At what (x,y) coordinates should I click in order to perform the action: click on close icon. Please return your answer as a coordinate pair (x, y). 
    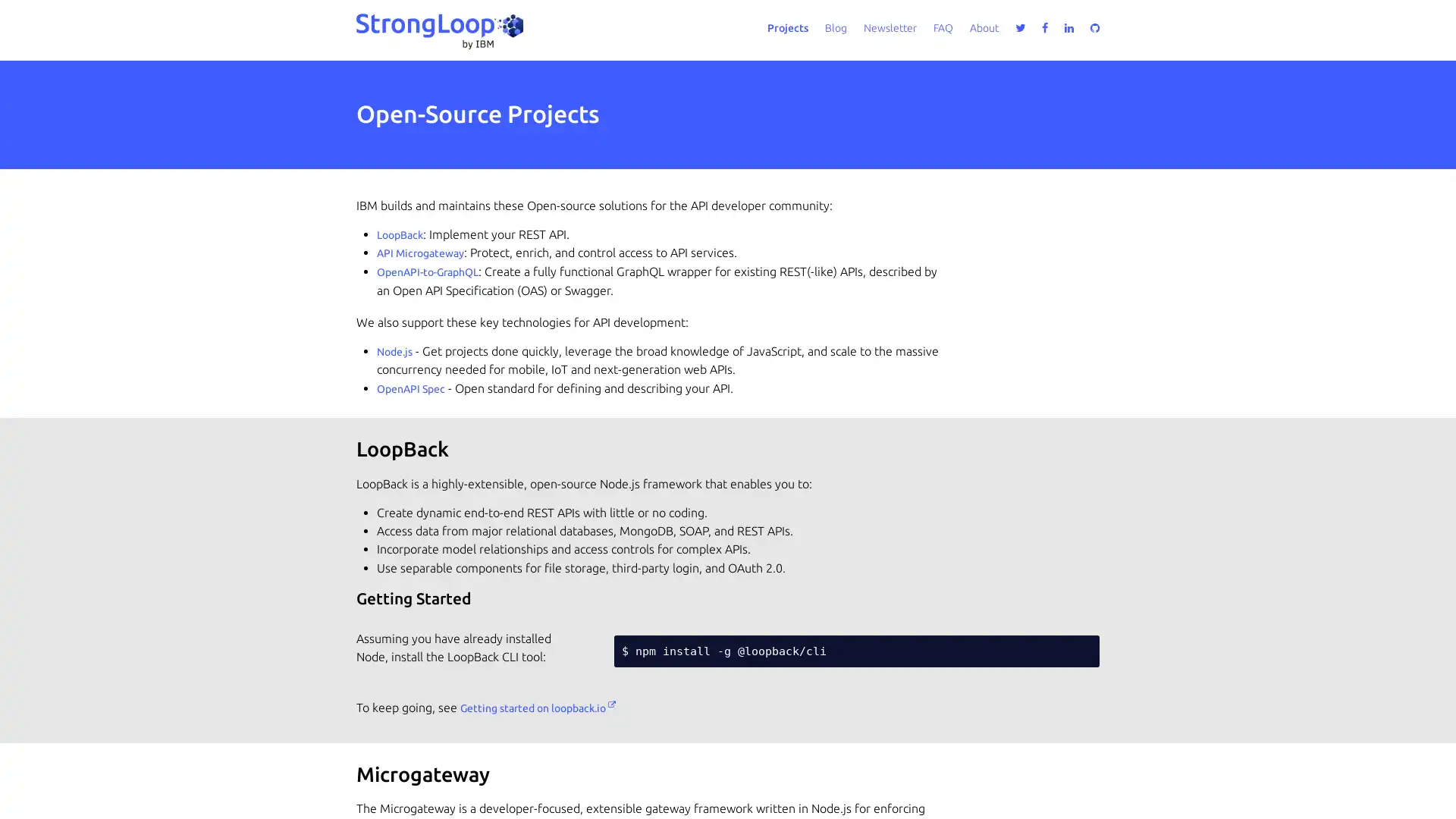
    Looking at the image, I should click on (1444, 704).